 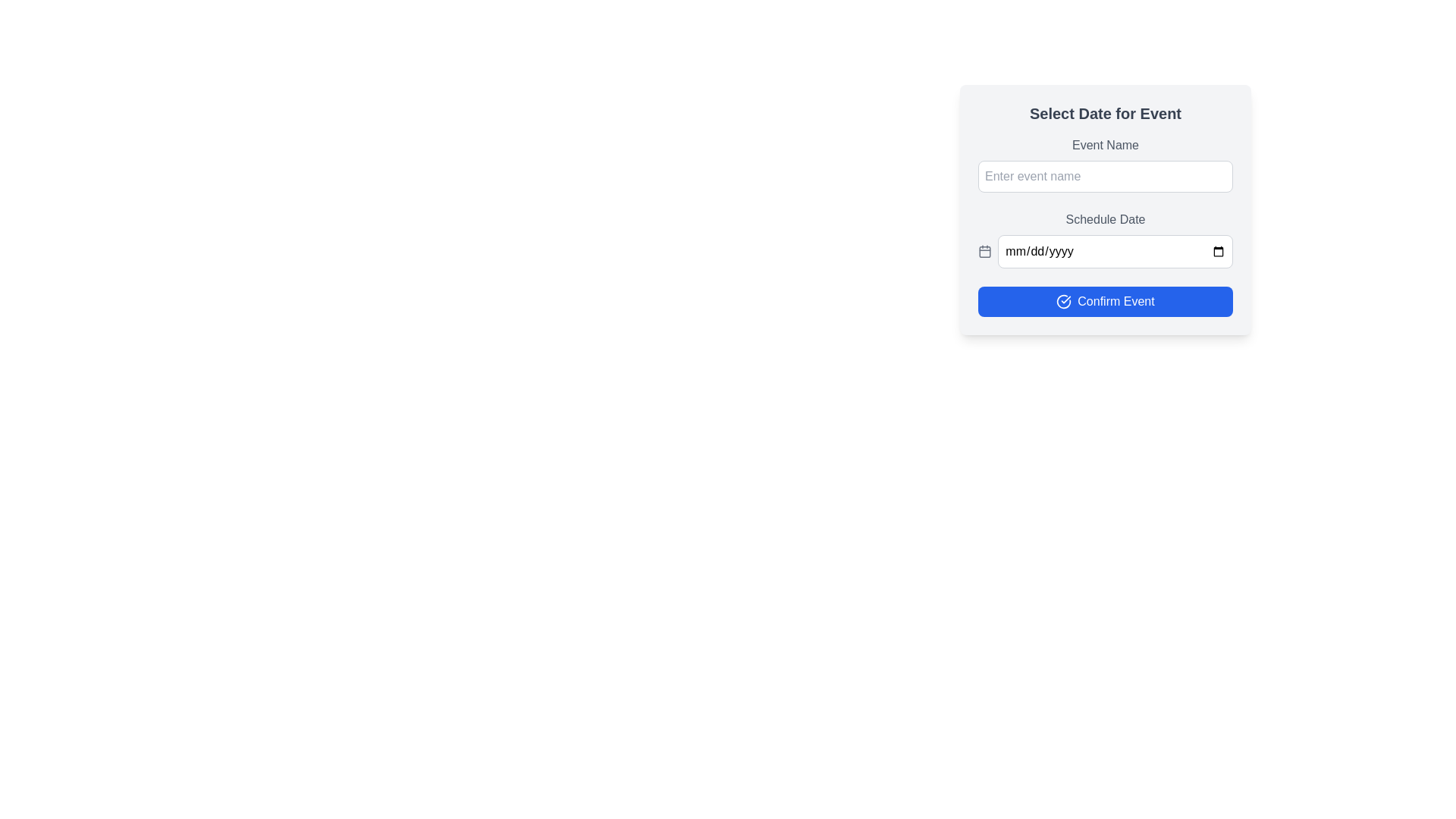 What do you see at coordinates (1106, 301) in the screenshot?
I see `the confirmation button located in the bottom section of the rectangular panel, centered beneath the 'Schedule Date' field` at bounding box center [1106, 301].